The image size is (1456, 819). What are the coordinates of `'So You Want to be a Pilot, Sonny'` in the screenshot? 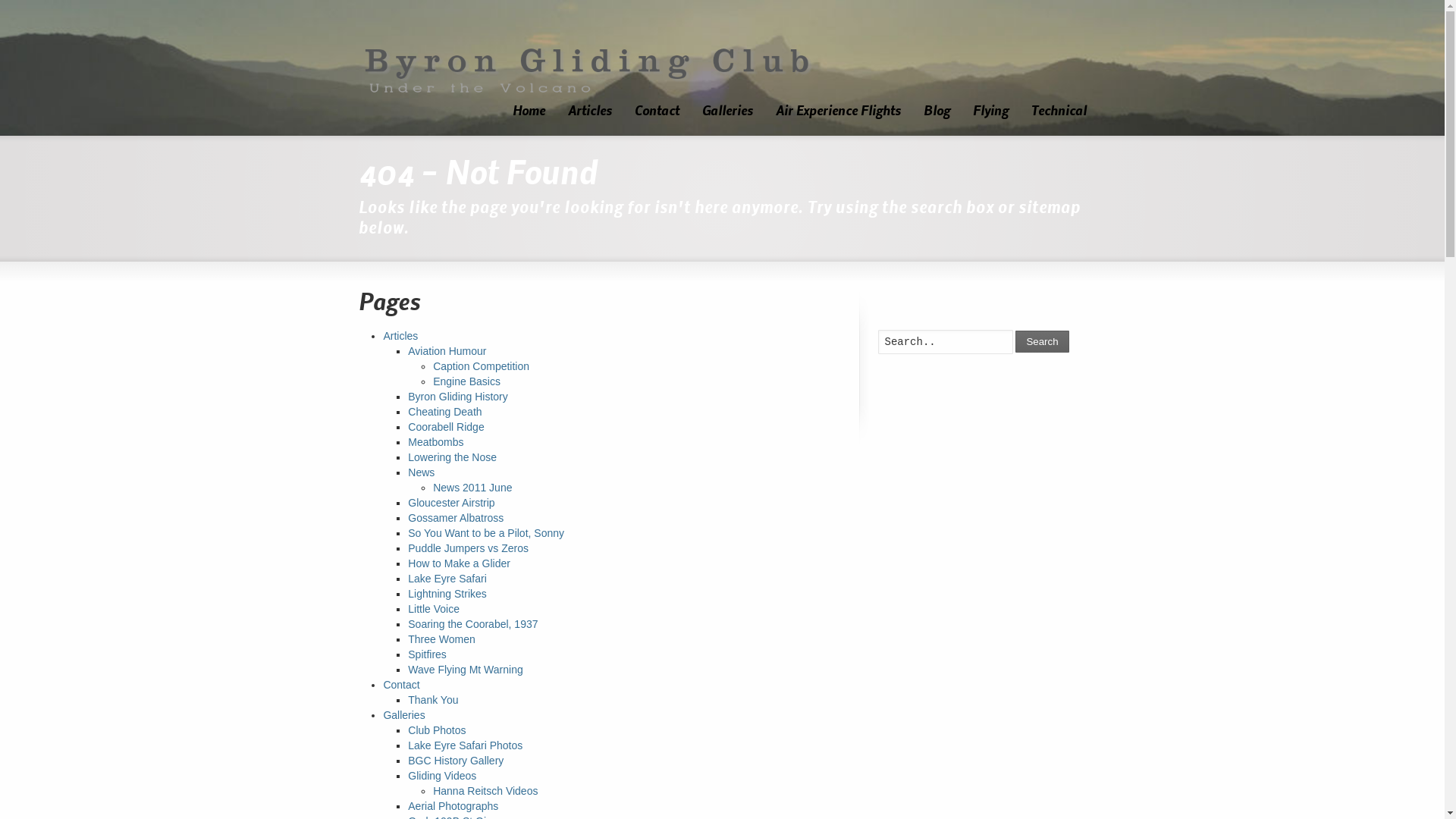 It's located at (486, 532).